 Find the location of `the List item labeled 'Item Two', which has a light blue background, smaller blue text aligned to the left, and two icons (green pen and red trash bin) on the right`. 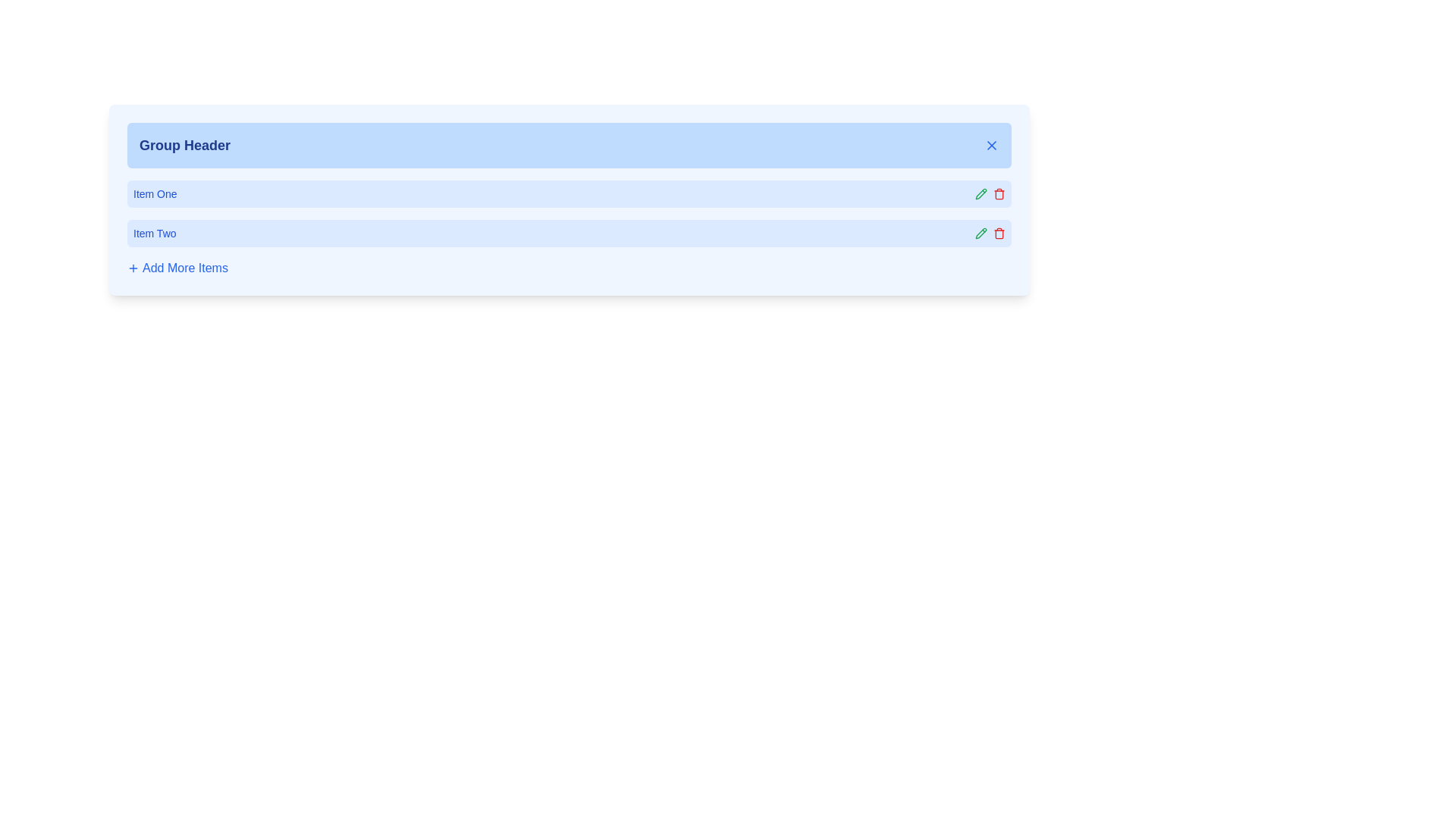

the List item labeled 'Item Two', which has a light blue background, smaller blue text aligned to the left, and two icons (green pen and red trash bin) on the right is located at coordinates (568, 234).